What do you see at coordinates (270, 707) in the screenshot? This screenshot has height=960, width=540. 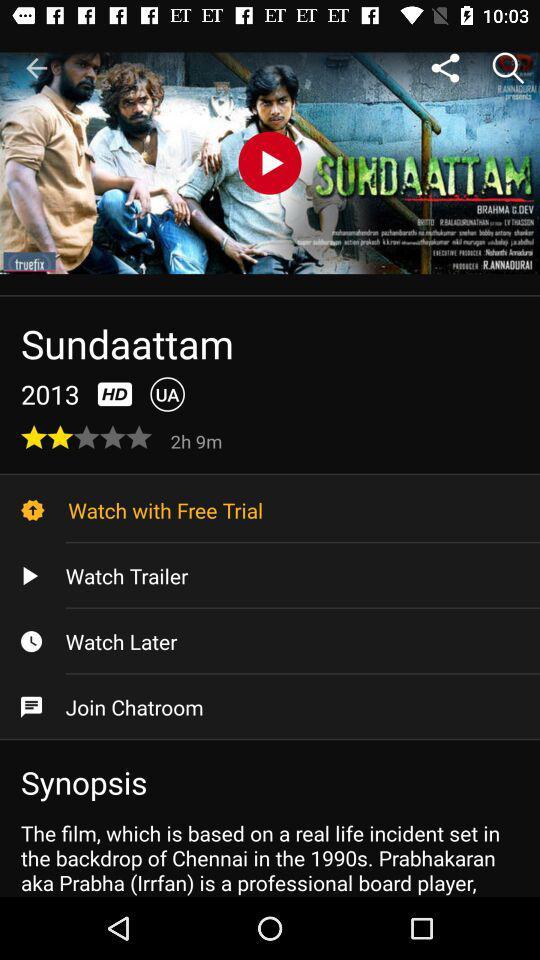 I see `the icon above synopsis item` at bounding box center [270, 707].